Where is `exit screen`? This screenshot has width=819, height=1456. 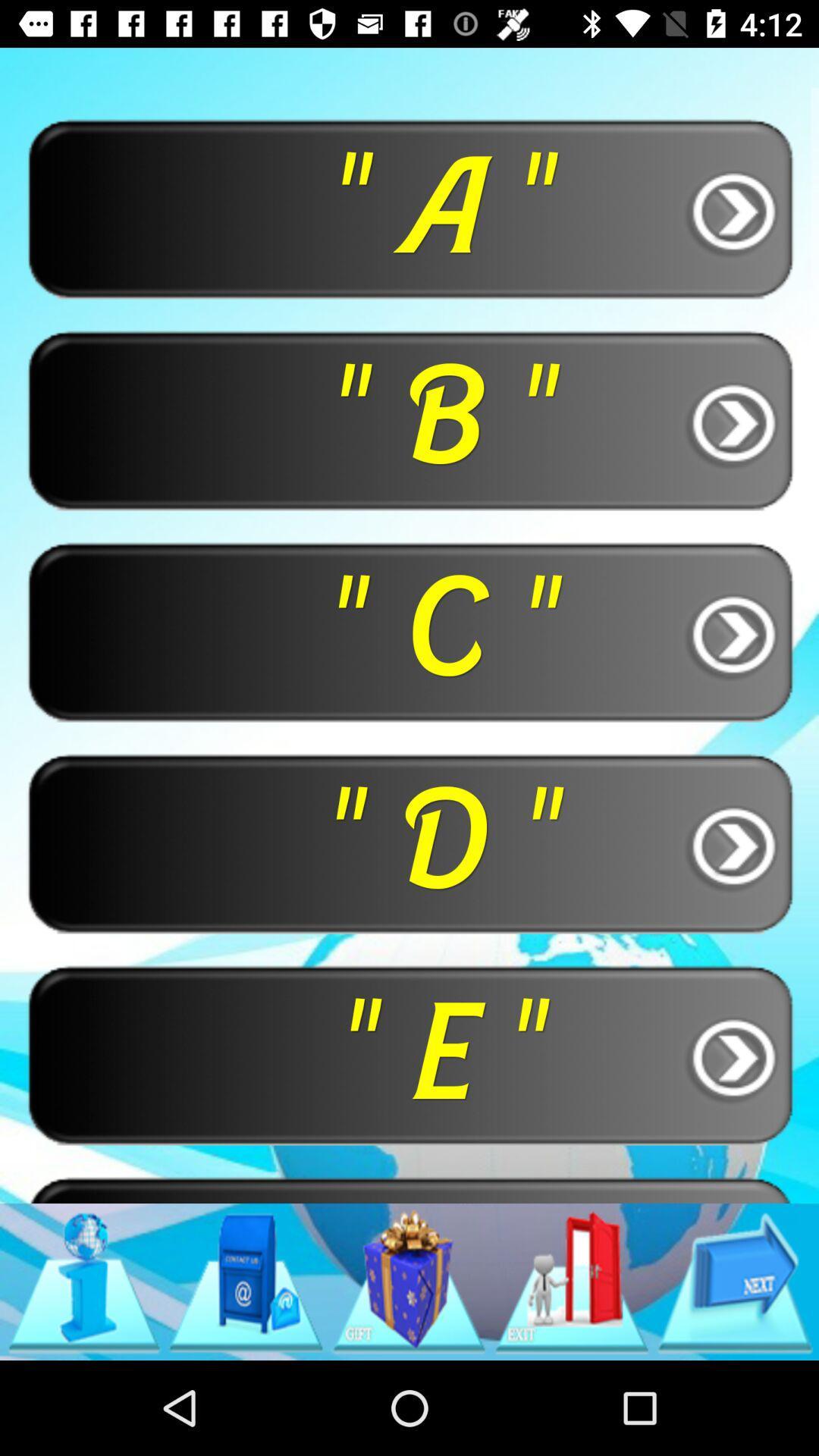
exit screen is located at coordinates (572, 1281).